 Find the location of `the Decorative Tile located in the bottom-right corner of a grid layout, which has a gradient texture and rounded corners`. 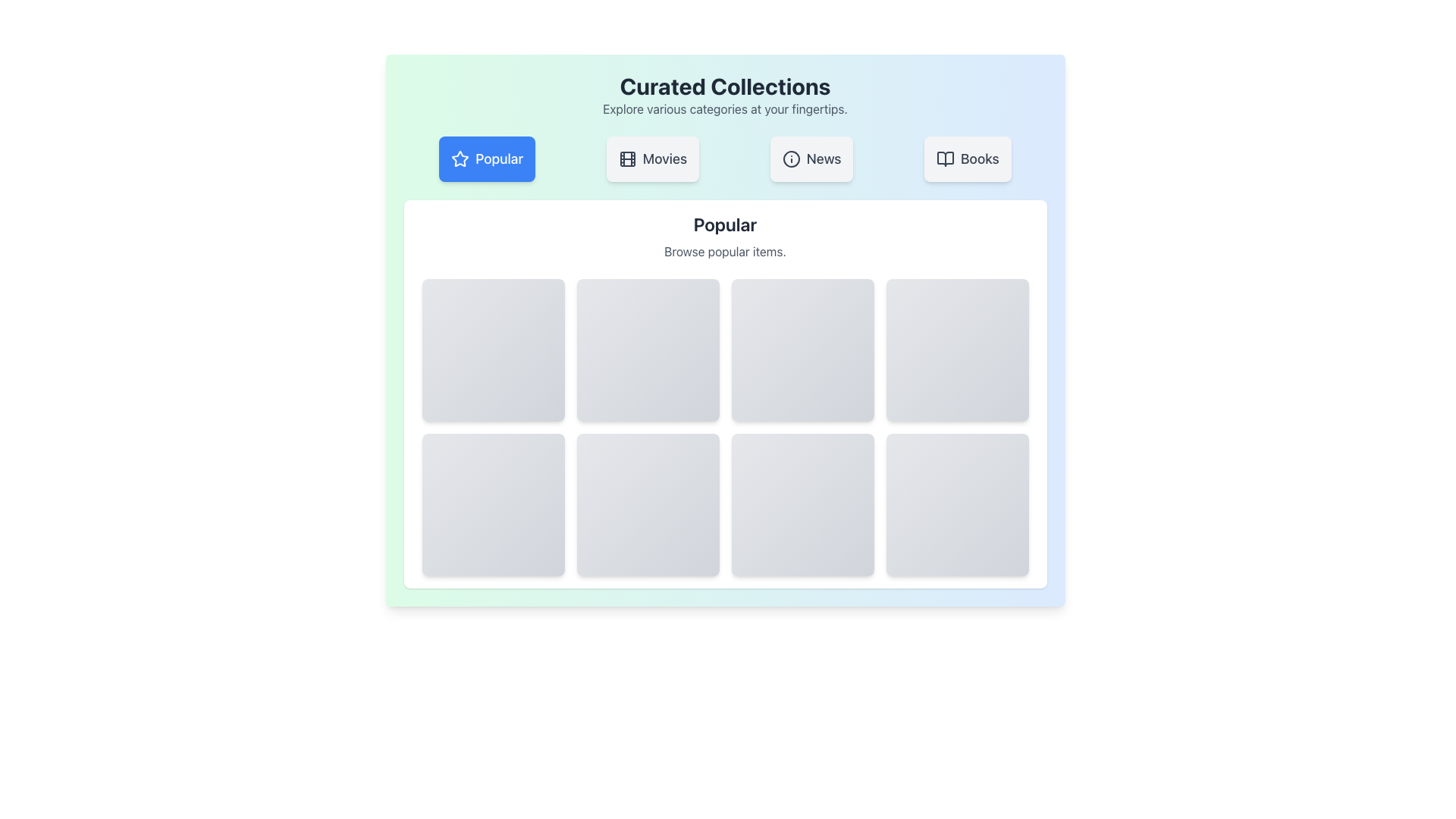

the Decorative Tile located in the bottom-right corner of a grid layout, which has a gradient texture and rounded corners is located at coordinates (956, 505).